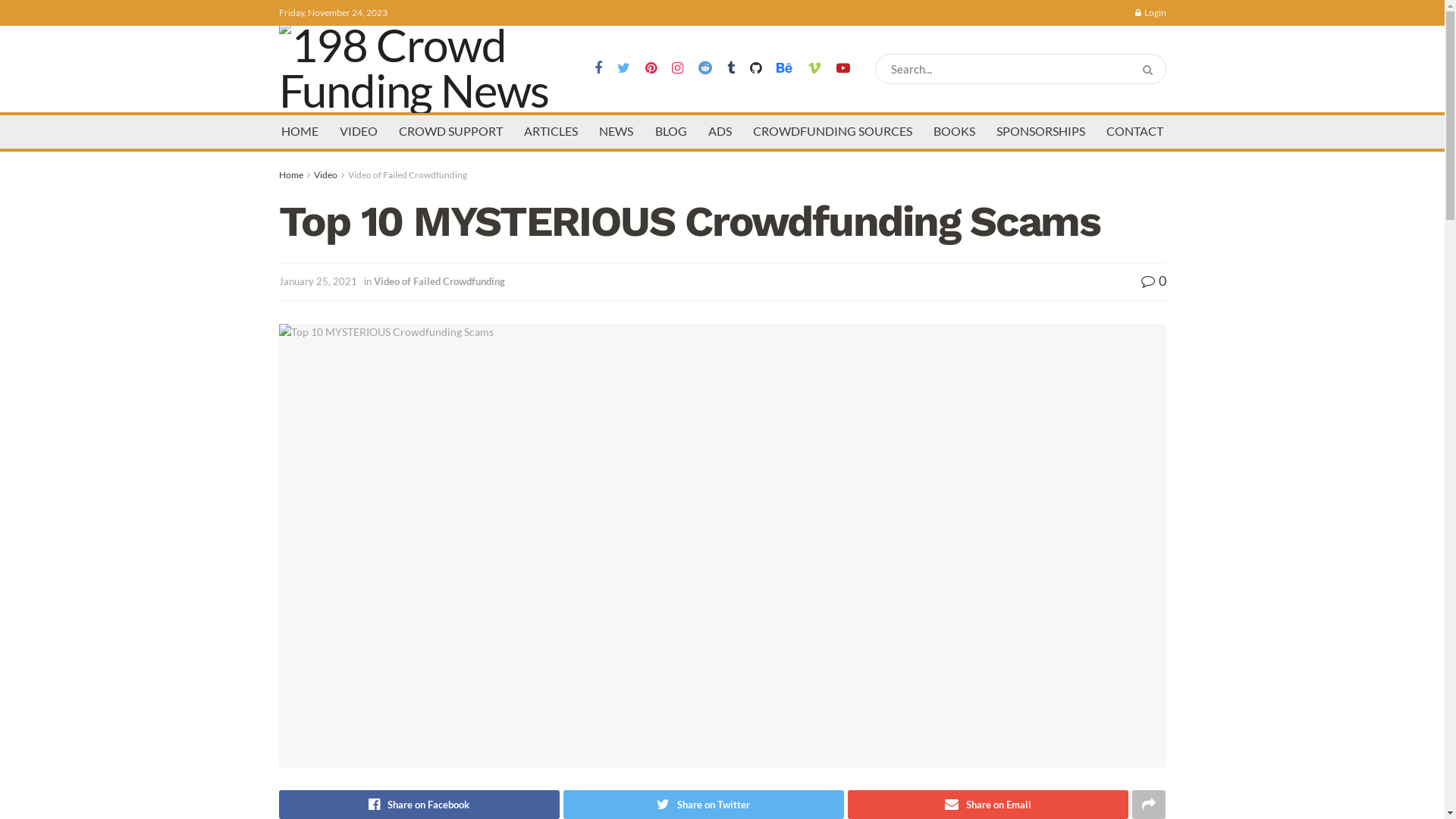 The image size is (1456, 819). I want to click on 'Video', so click(325, 174).